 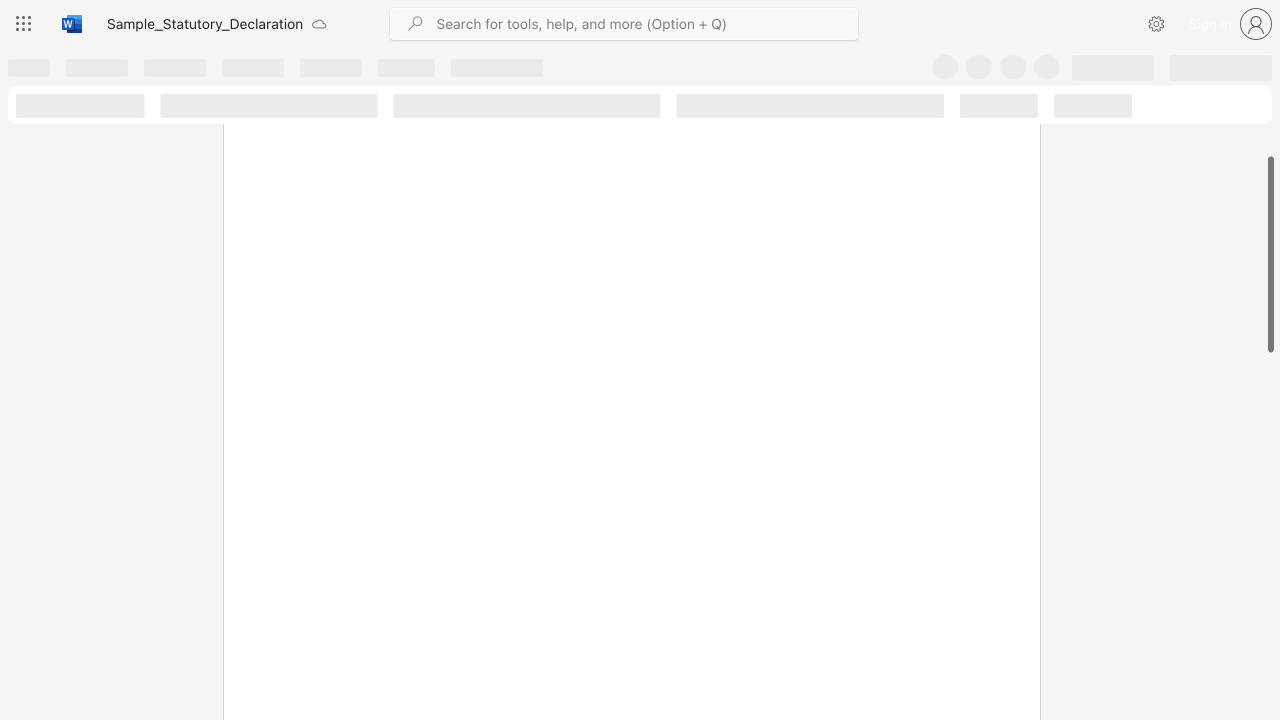 What do you see at coordinates (1269, 253) in the screenshot?
I see `the scrollbar and move up 310 pixels` at bounding box center [1269, 253].